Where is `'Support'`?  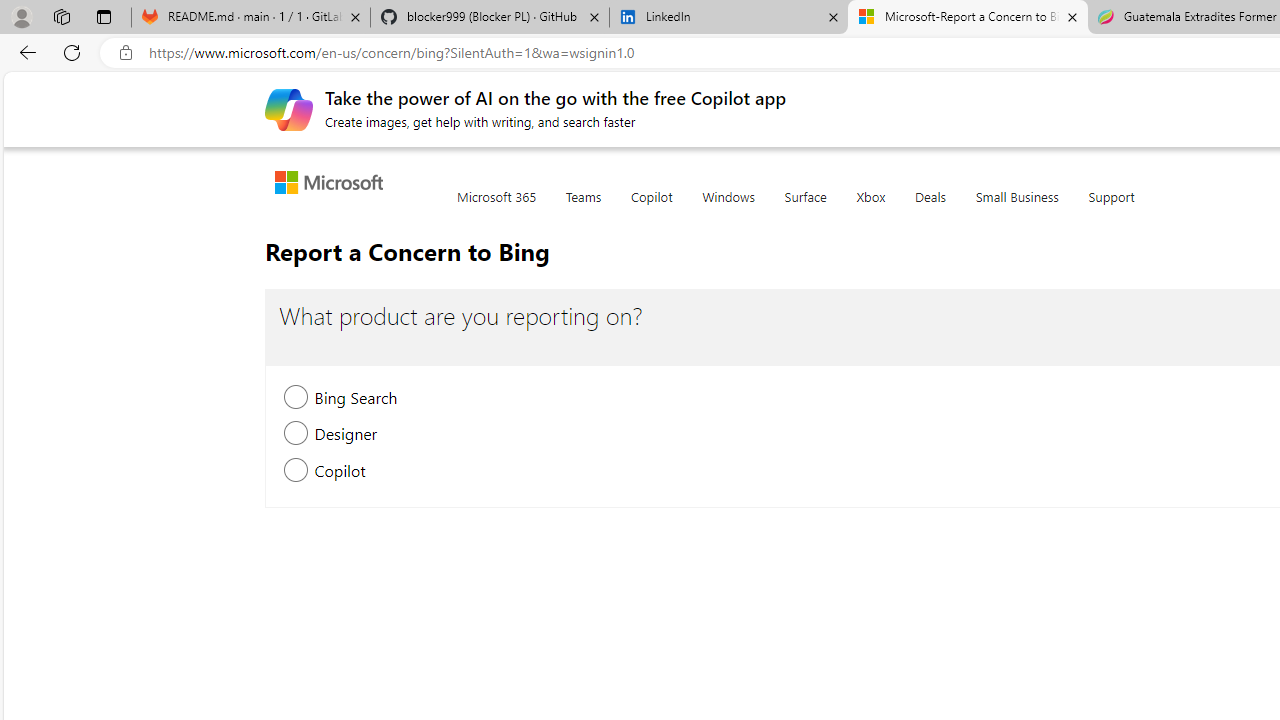 'Support' is located at coordinates (1110, 208).